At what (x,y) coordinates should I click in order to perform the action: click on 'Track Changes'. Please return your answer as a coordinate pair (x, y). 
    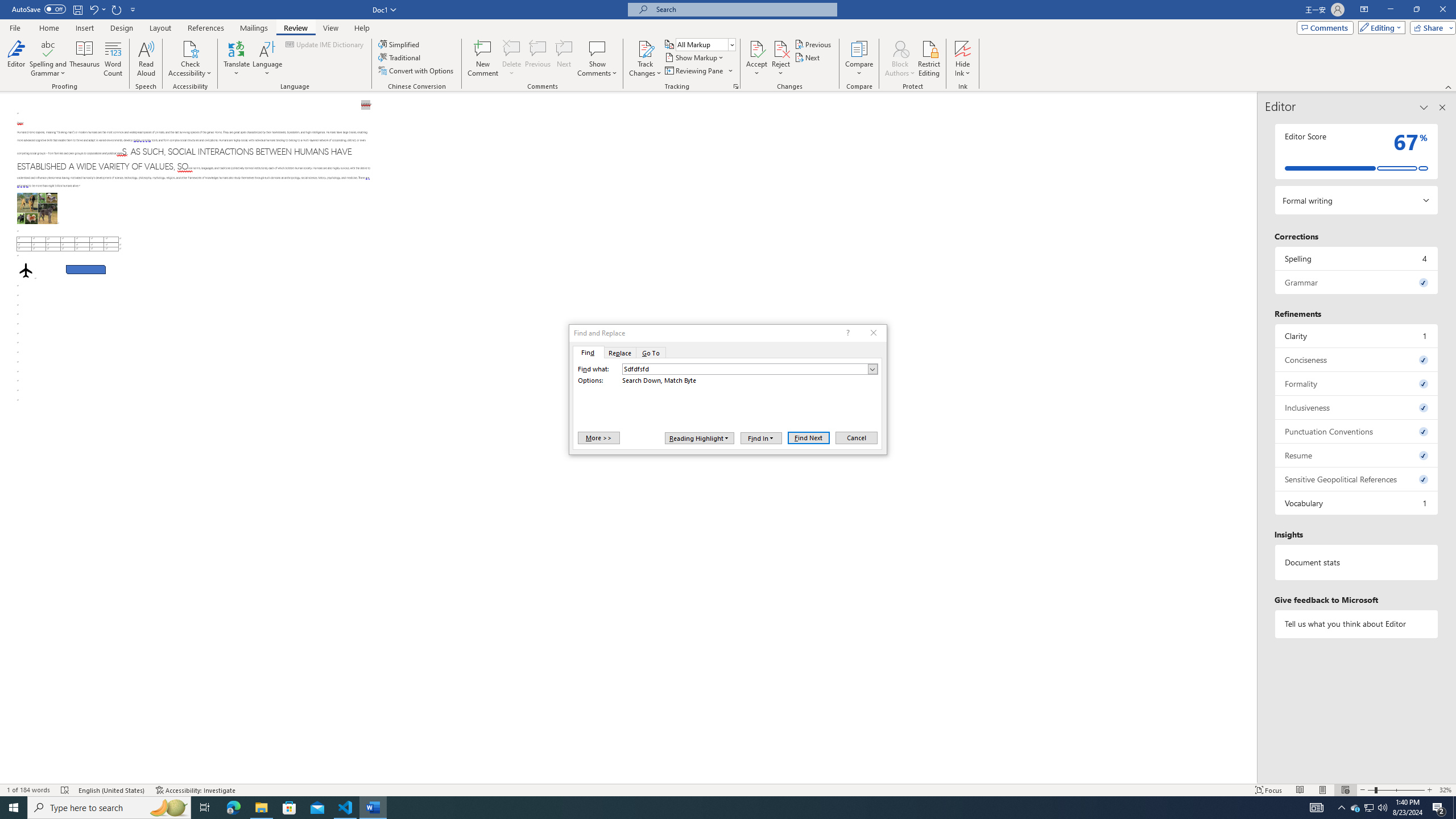
    Looking at the image, I should click on (644, 59).